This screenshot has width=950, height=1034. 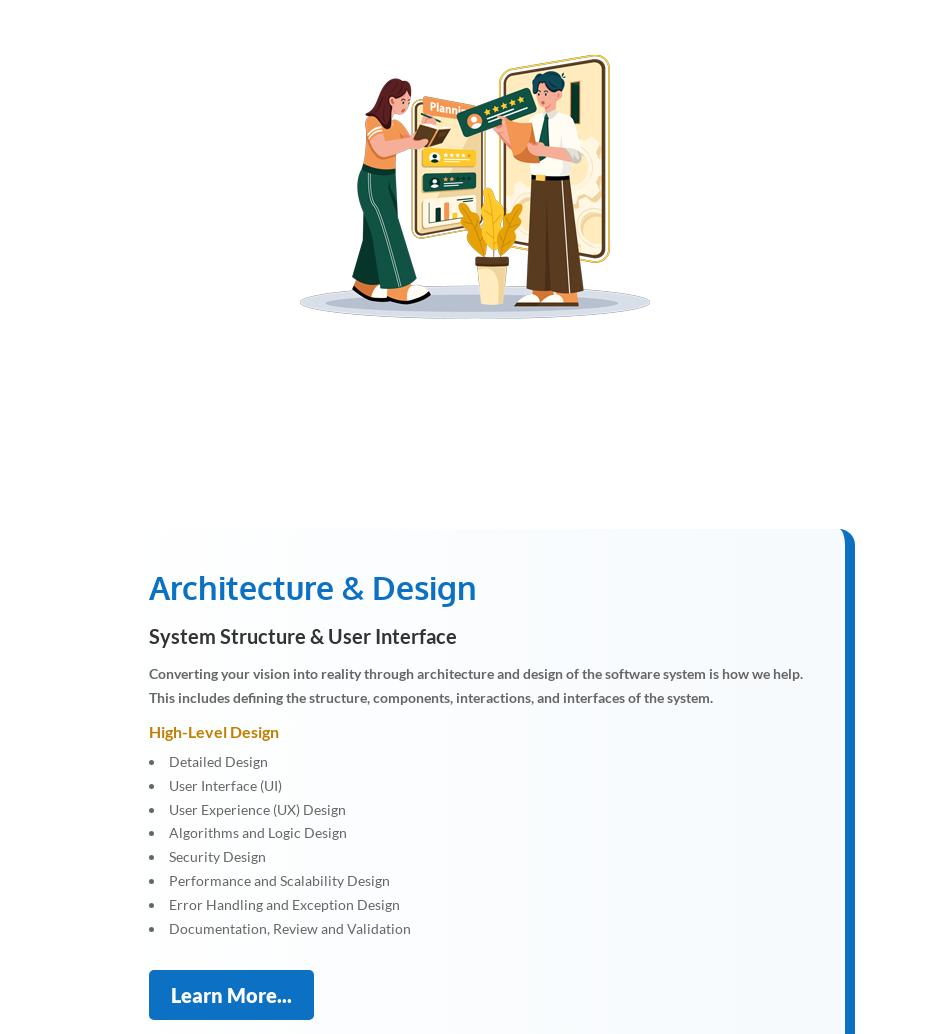 I want to click on 'Documentation, Review and Validation', so click(x=289, y=926).